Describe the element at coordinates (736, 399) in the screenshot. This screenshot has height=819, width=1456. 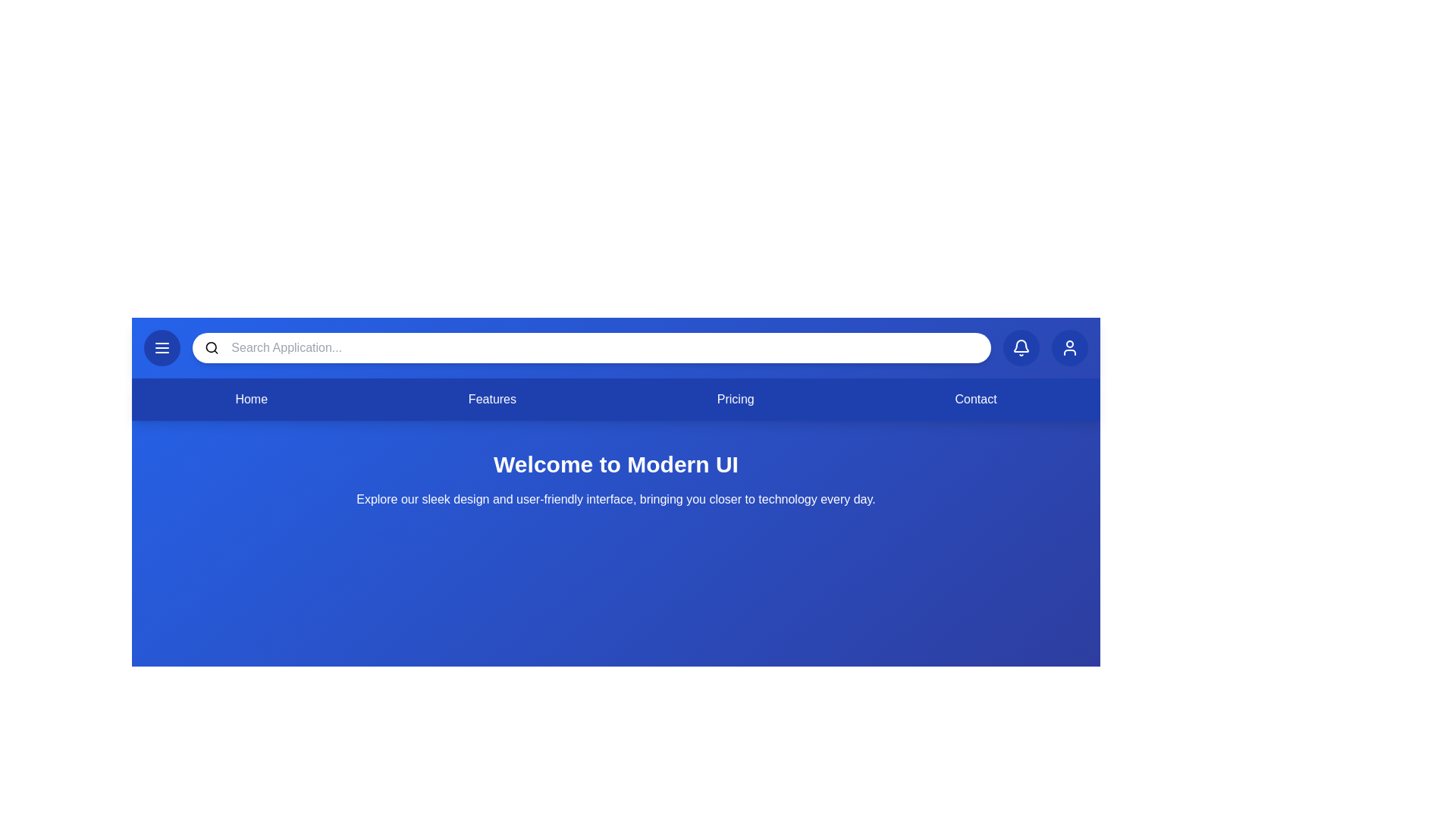
I see `the navigation link Pricing to access the corresponding section` at that location.